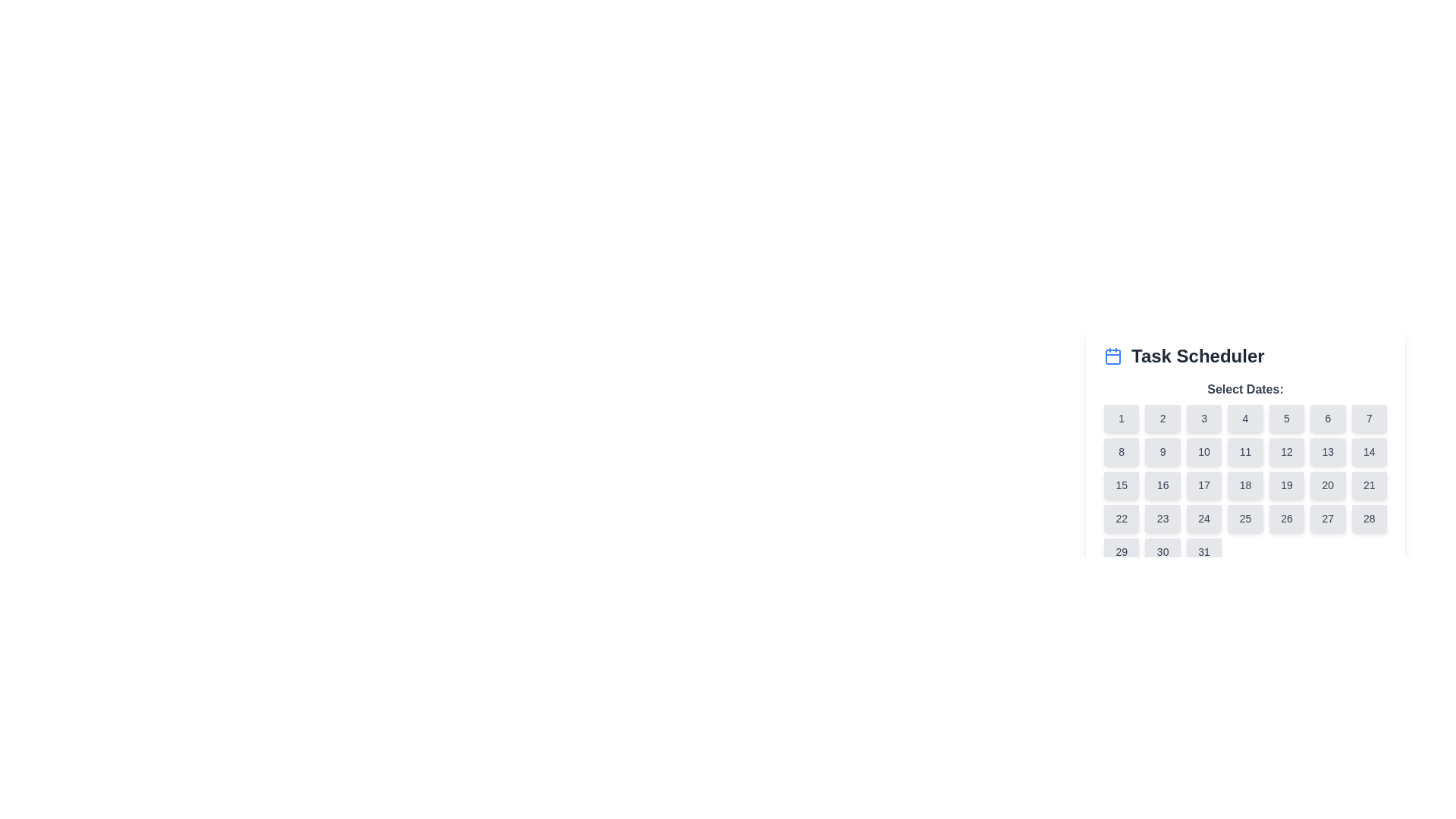 Image resolution: width=1456 pixels, height=819 pixels. Describe the element at coordinates (1122, 451) in the screenshot. I see `the button with the number '8' in the 'Task Scheduler' section` at that location.